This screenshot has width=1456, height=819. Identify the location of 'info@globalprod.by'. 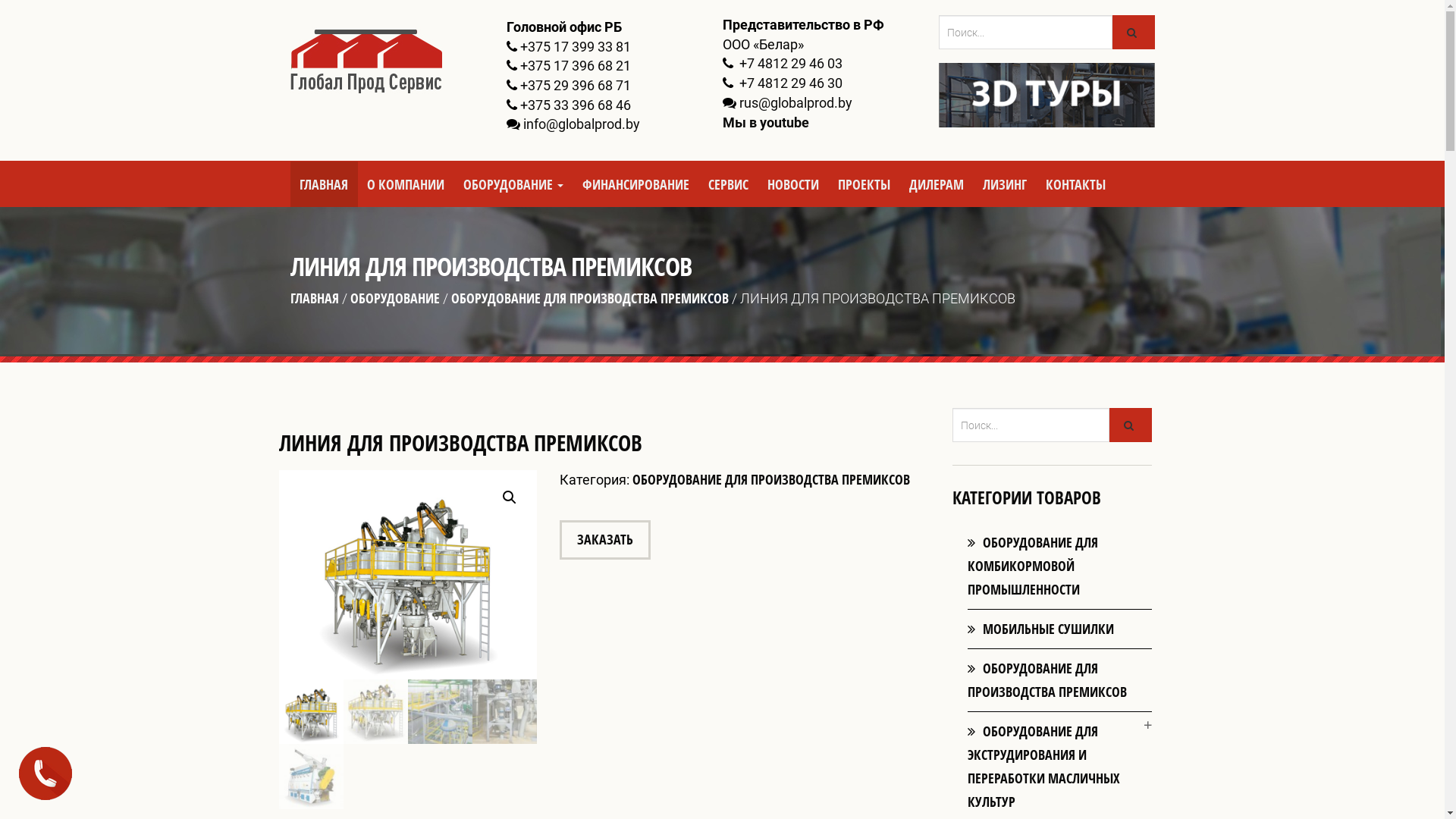
(581, 123).